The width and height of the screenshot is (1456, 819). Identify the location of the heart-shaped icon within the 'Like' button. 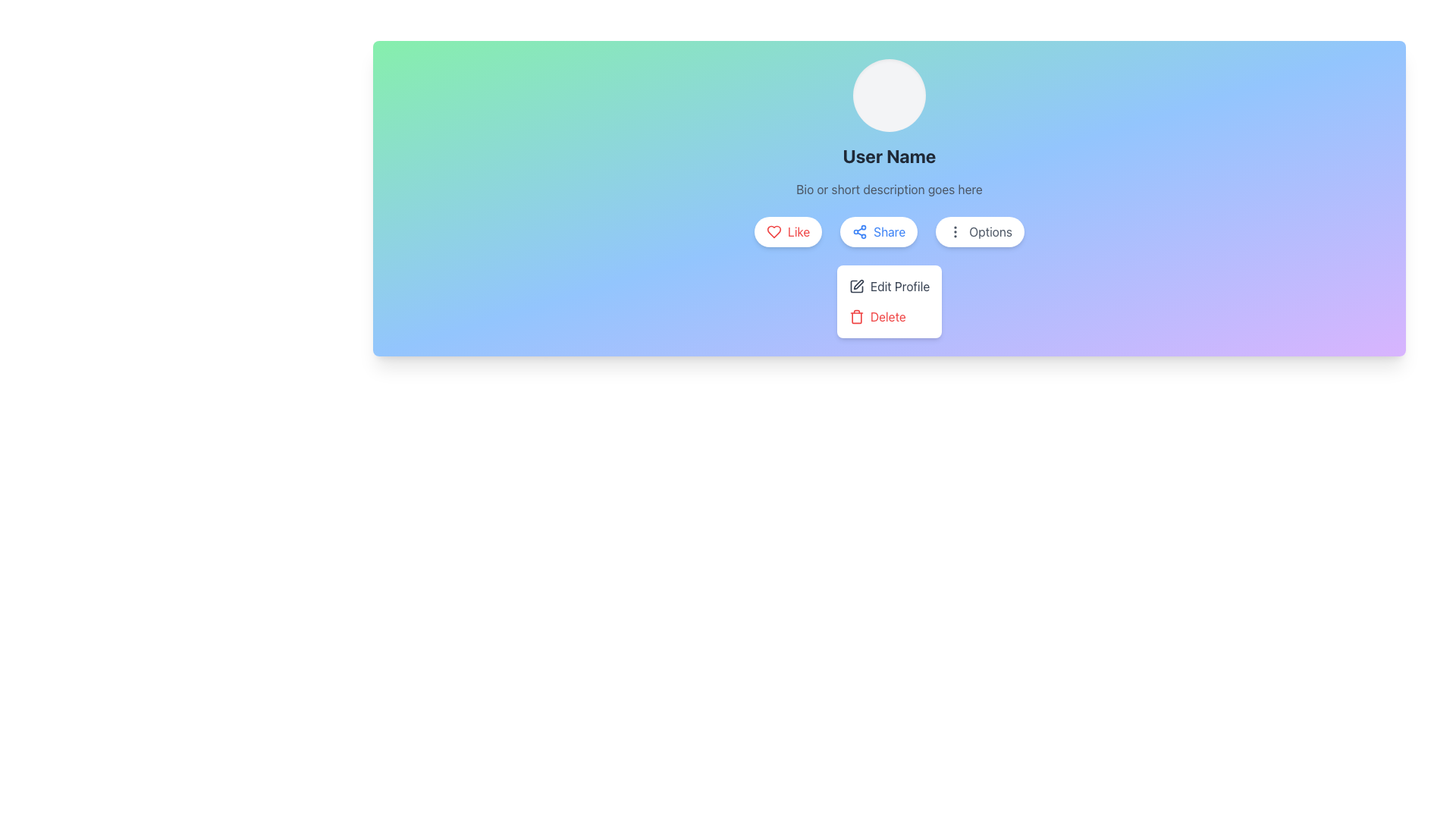
(774, 231).